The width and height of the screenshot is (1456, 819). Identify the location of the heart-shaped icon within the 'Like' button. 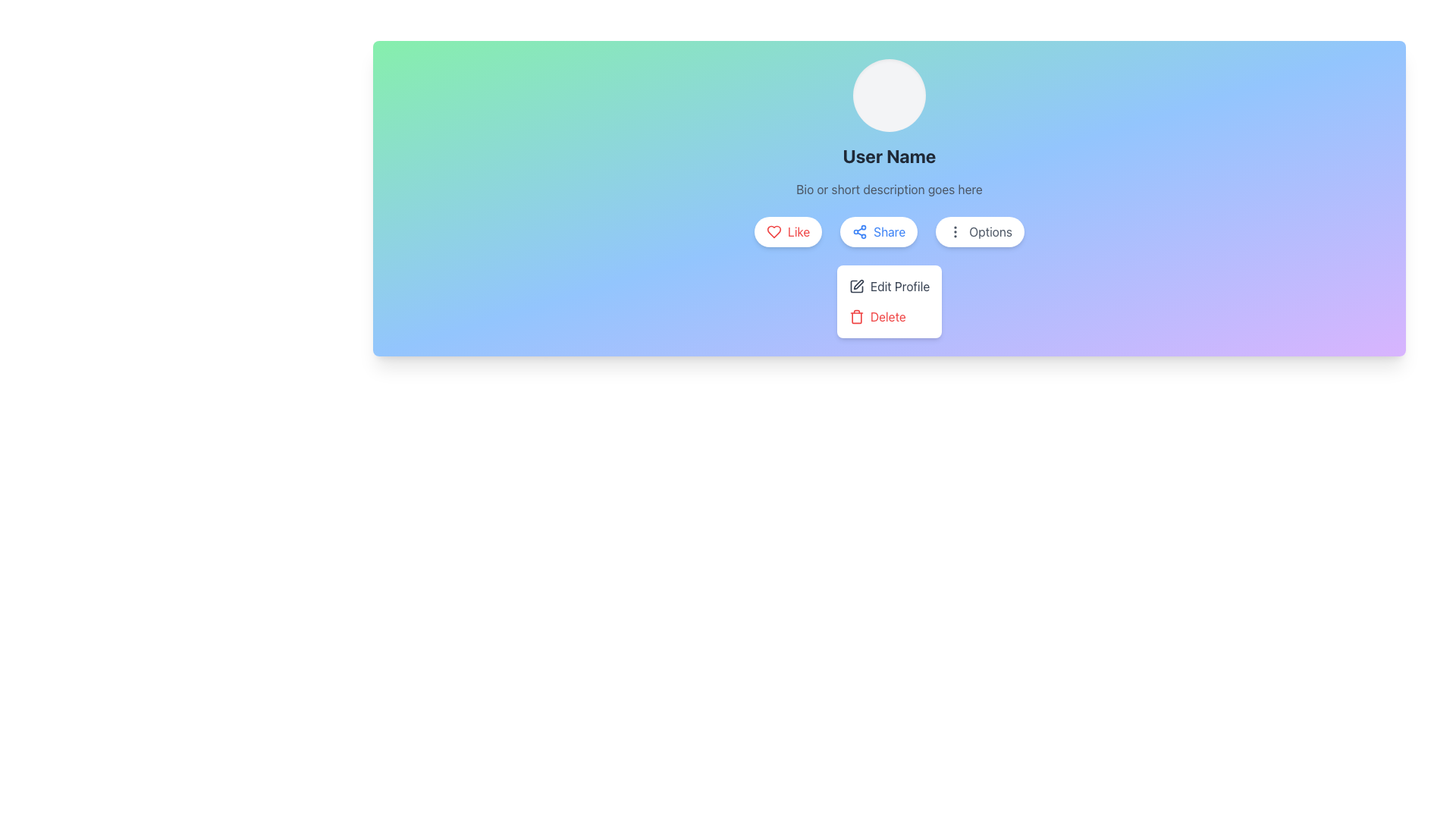
(774, 231).